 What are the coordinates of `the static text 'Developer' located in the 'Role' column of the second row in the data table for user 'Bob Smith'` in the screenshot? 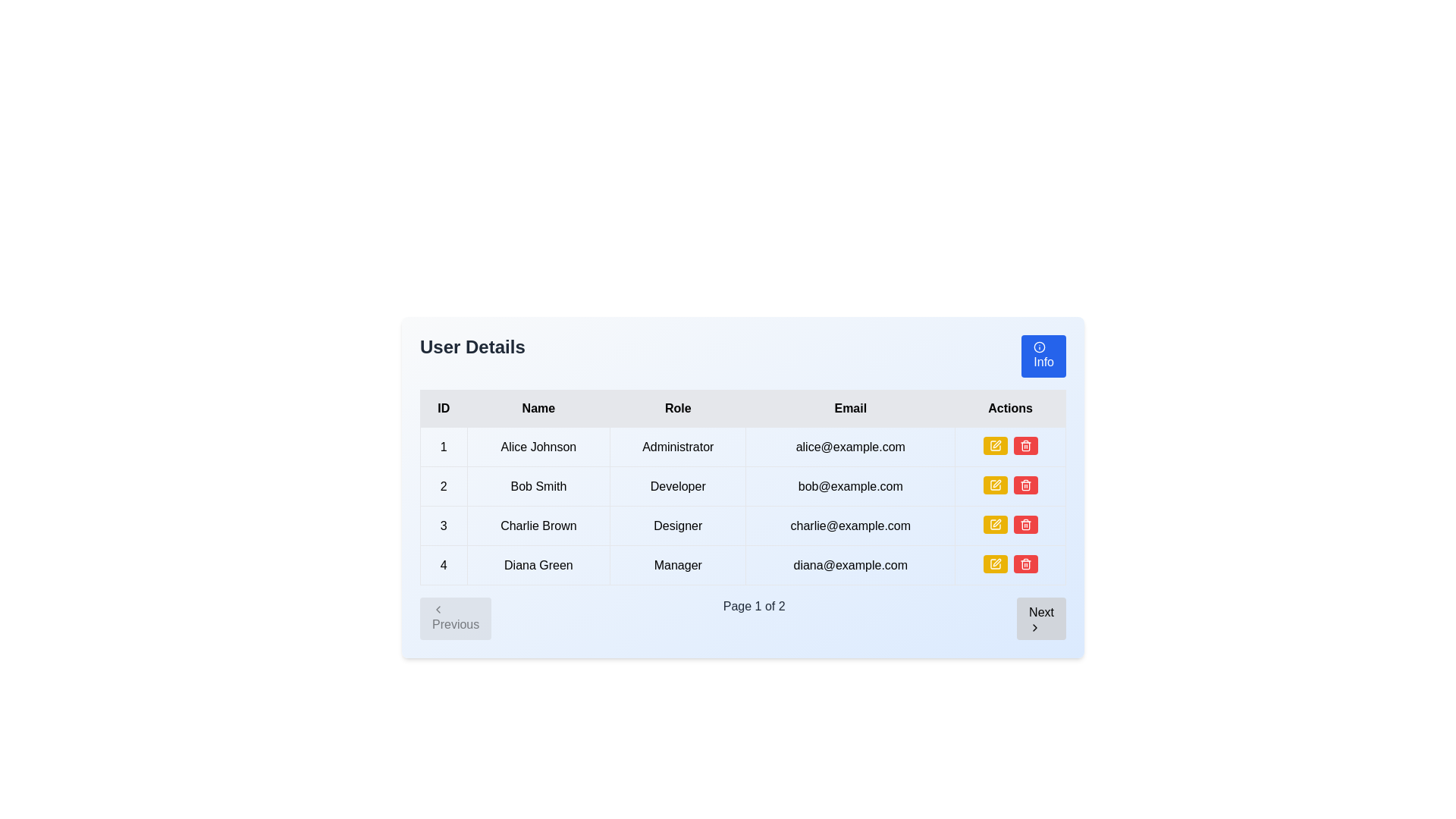 It's located at (677, 486).